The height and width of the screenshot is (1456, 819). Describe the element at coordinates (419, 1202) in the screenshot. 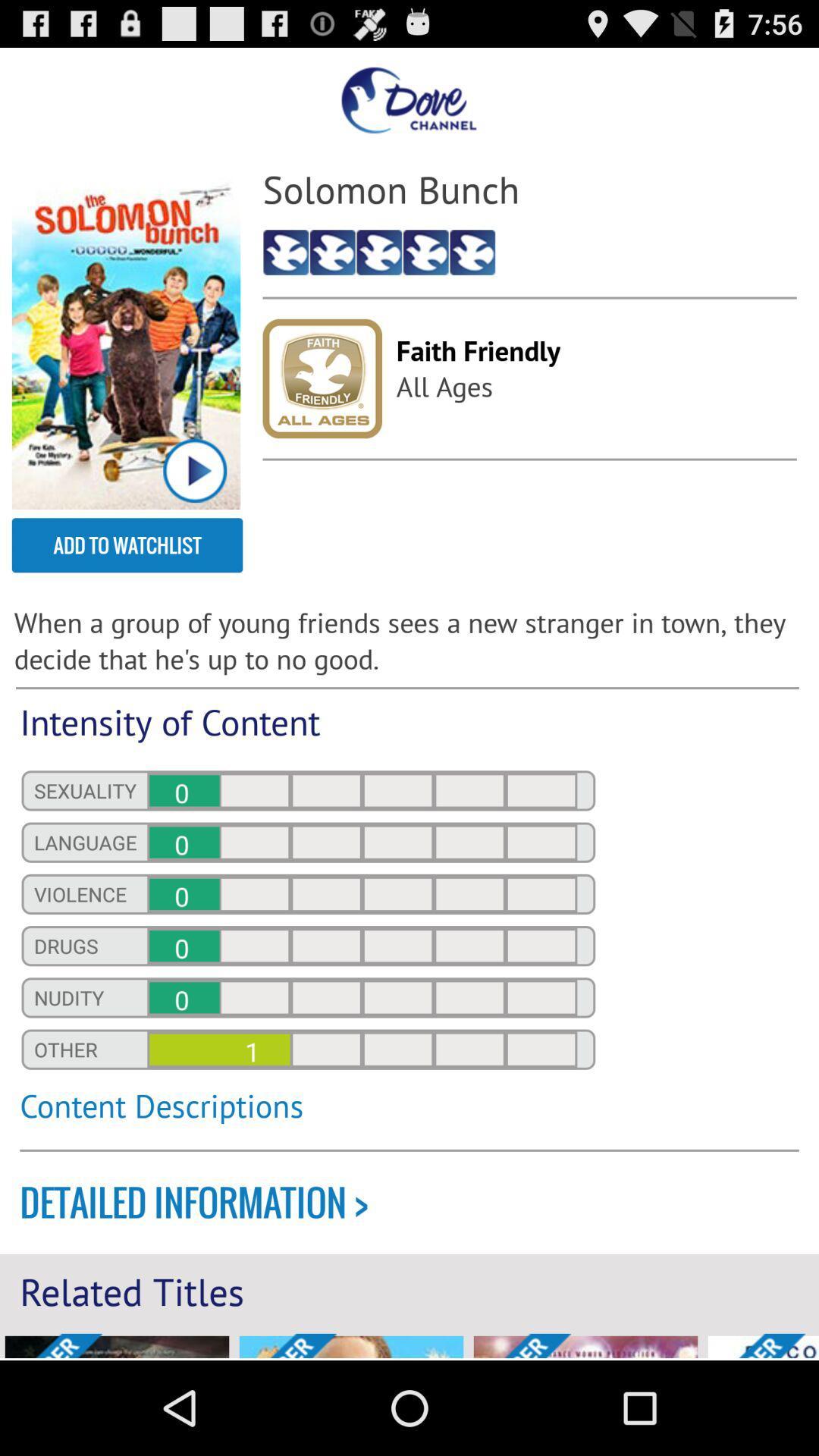

I see `the icon above related titles` at that location.